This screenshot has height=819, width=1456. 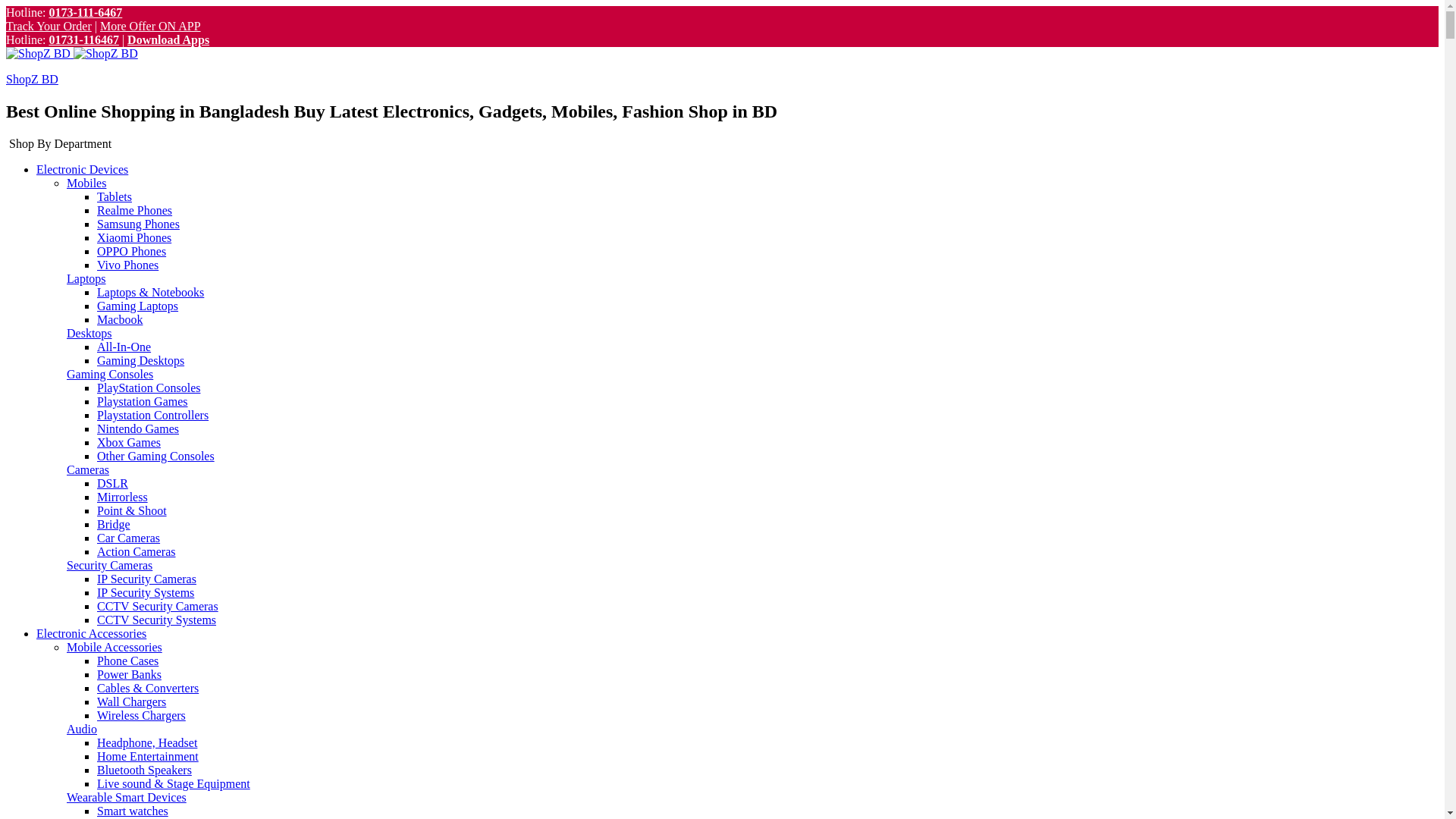 What do you see at coordinates (108, 565) in the screenshot?
I see `'Security Cameras'` at bounding box center [108, 565].